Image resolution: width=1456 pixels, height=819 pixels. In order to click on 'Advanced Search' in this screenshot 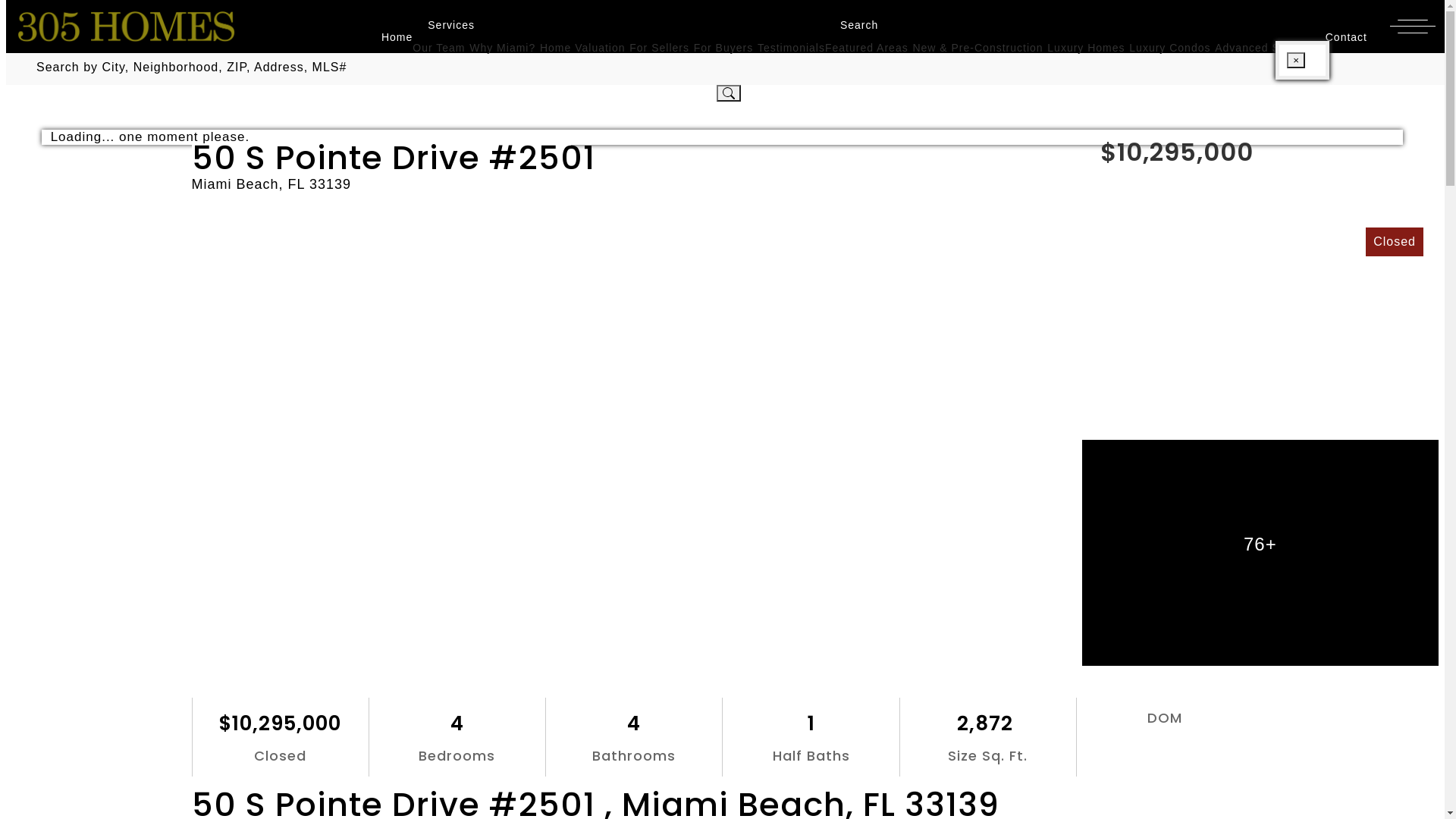, I will do `click(1263, 46)`.